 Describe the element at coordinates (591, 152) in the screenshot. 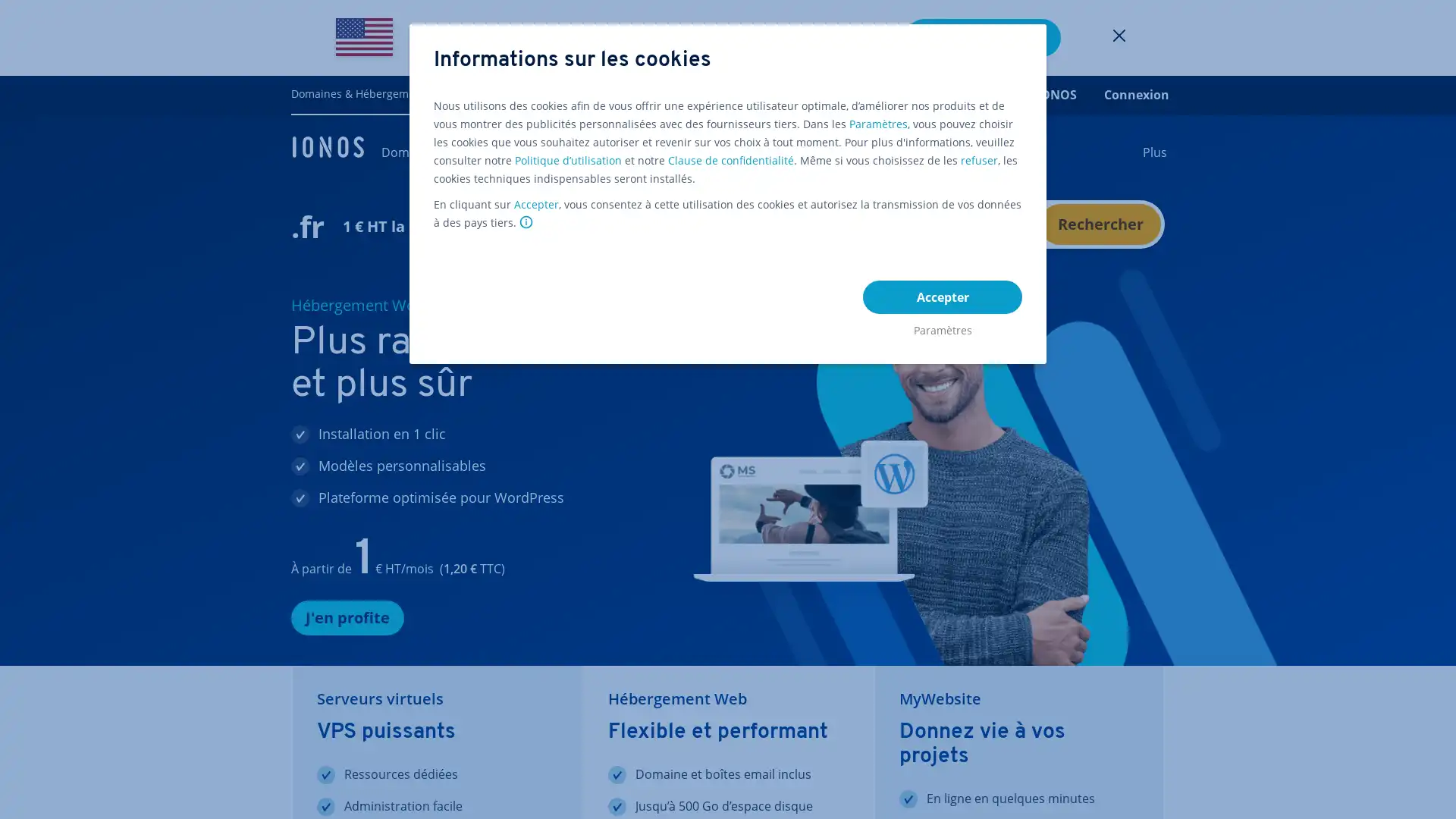

I see `e-Commerce` at that location.